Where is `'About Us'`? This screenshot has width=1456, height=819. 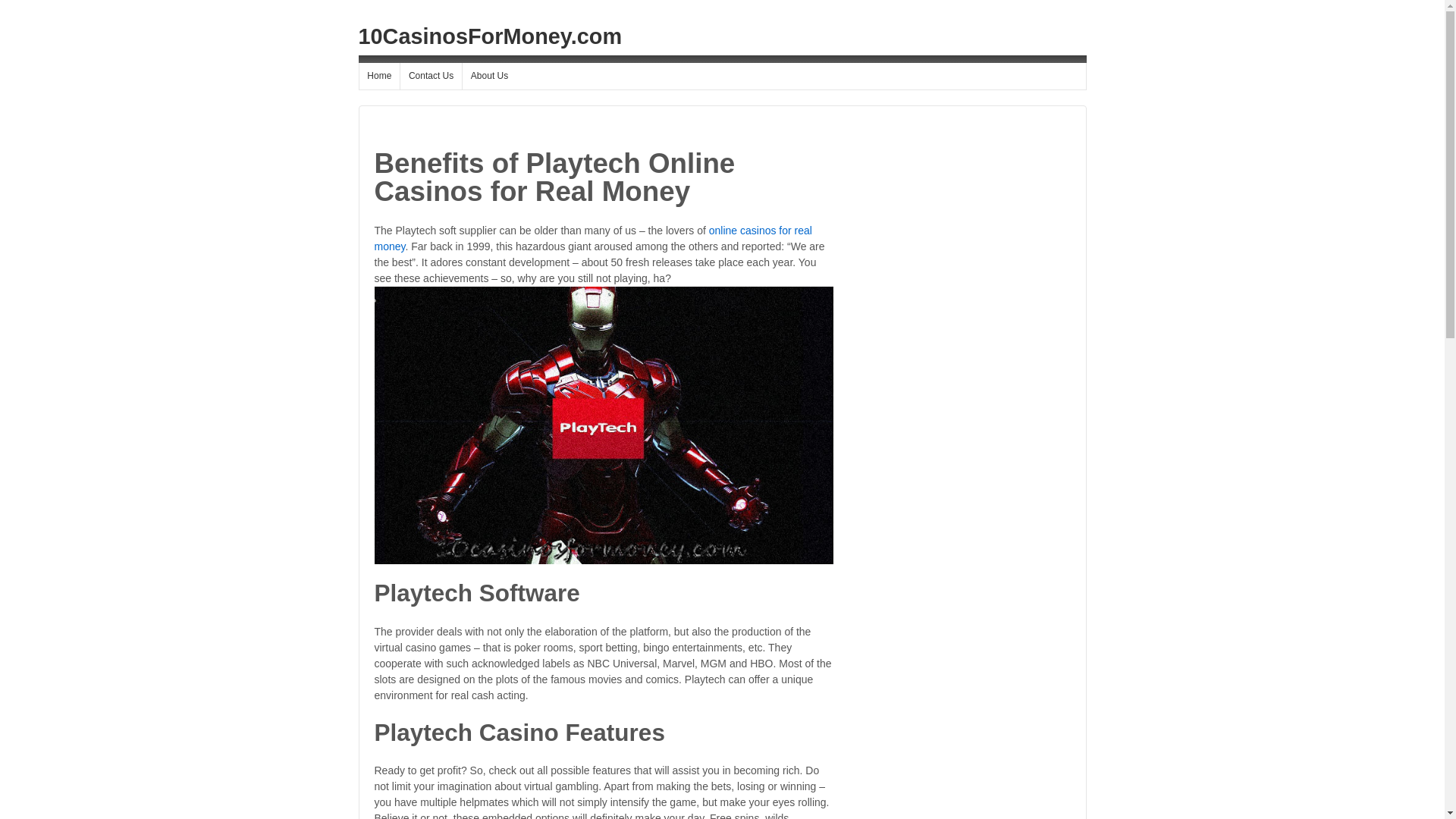
'About Us' is located at coordinates (461, 76).